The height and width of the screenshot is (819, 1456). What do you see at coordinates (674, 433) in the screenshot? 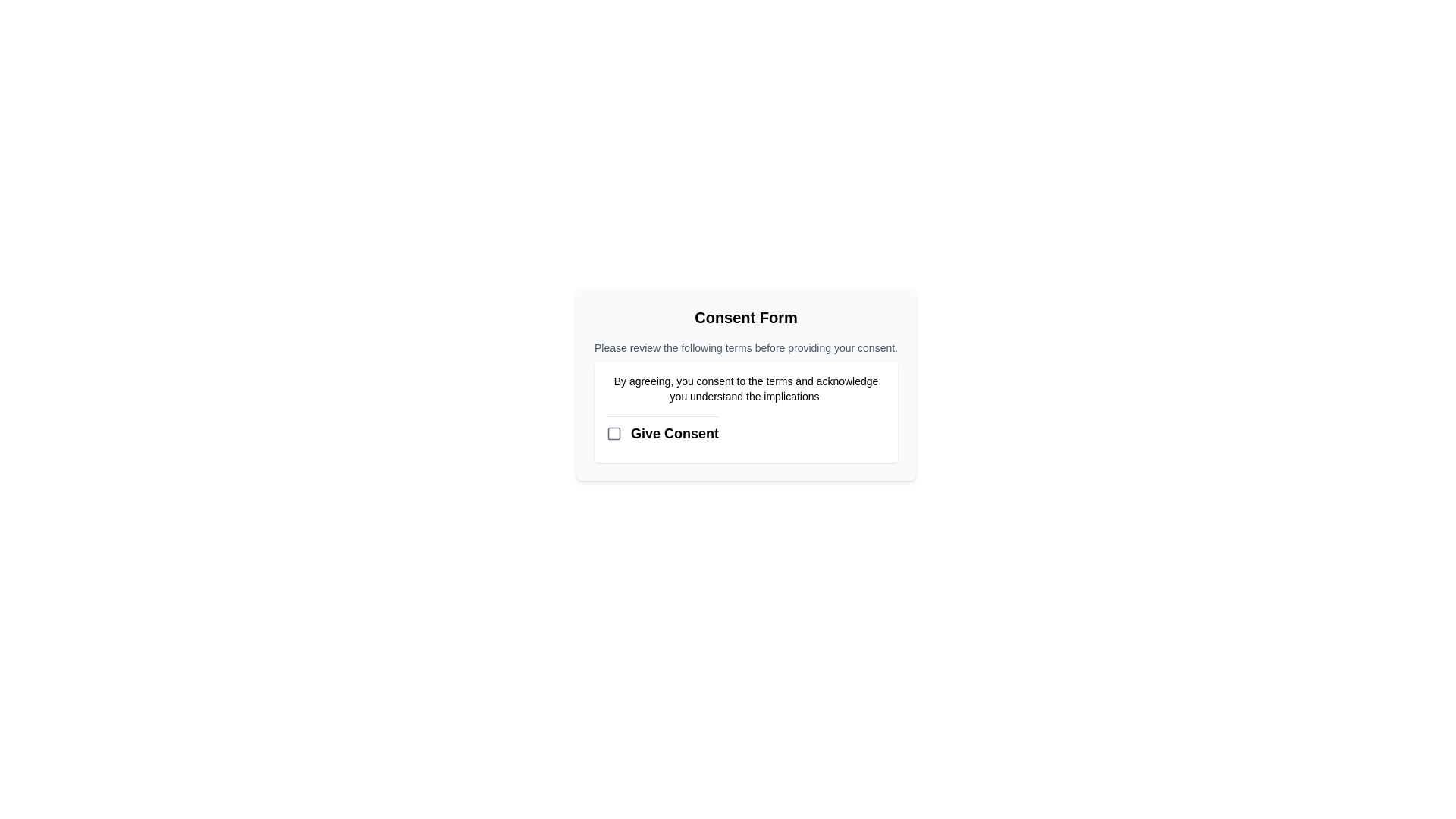
I see `the informational label indicating the action of the checkbox to its left, which suggests that checking the box signifies giving consent` at bounding box center [674, 433].